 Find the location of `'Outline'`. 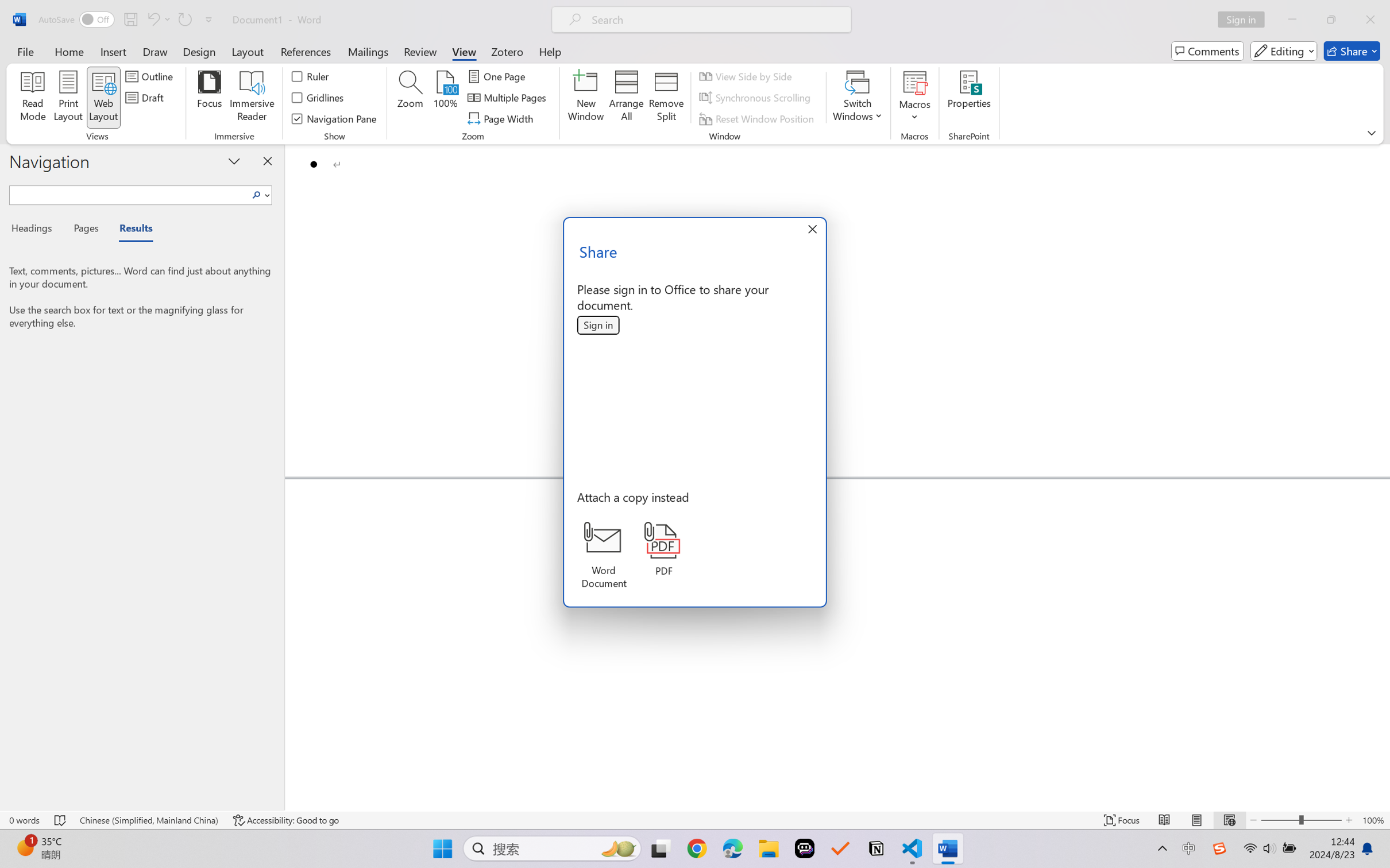

'Outline' is located at coordinates (150, 75).